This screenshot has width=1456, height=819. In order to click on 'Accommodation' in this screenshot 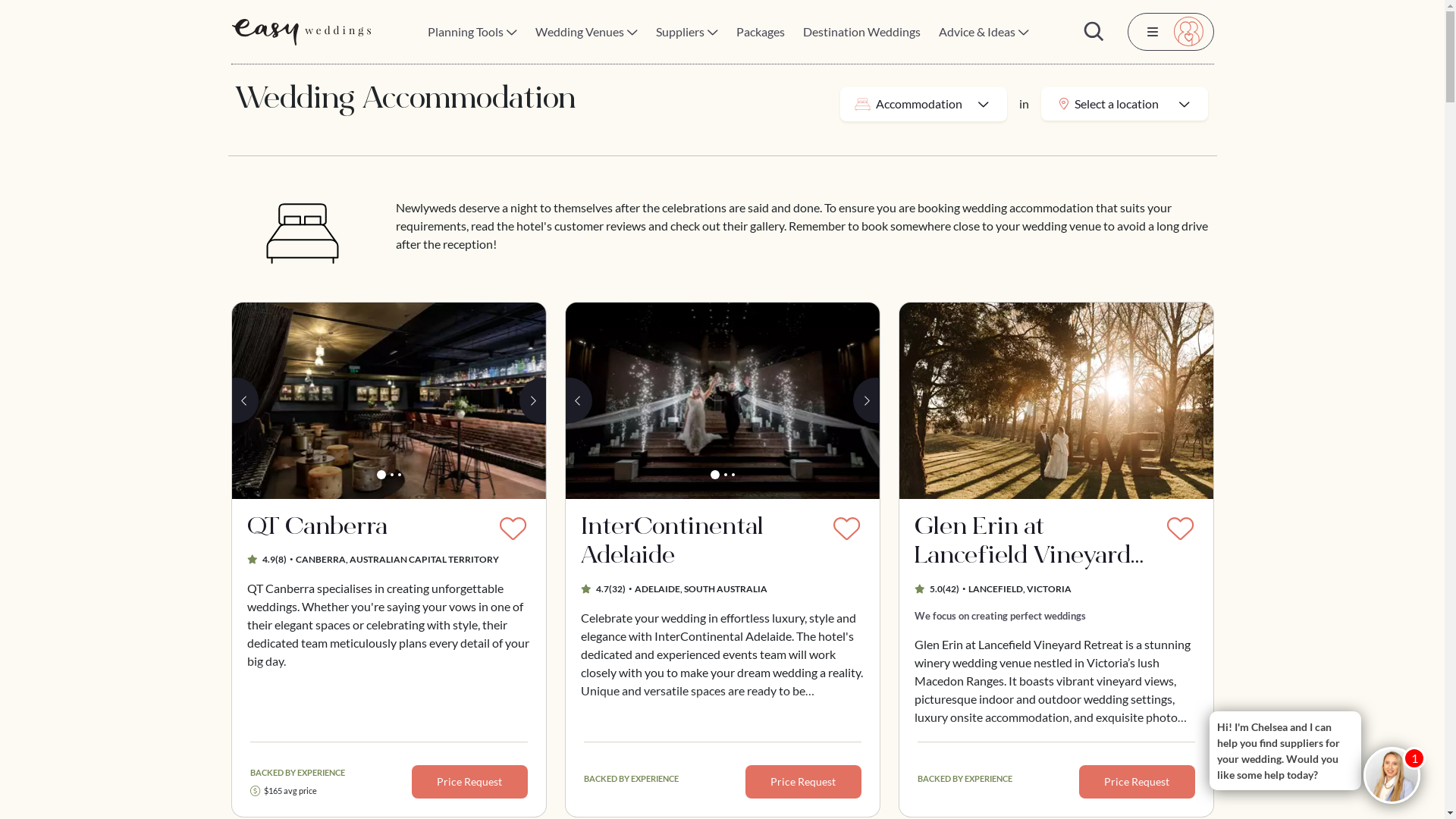, I will do `click(923, 102)`.